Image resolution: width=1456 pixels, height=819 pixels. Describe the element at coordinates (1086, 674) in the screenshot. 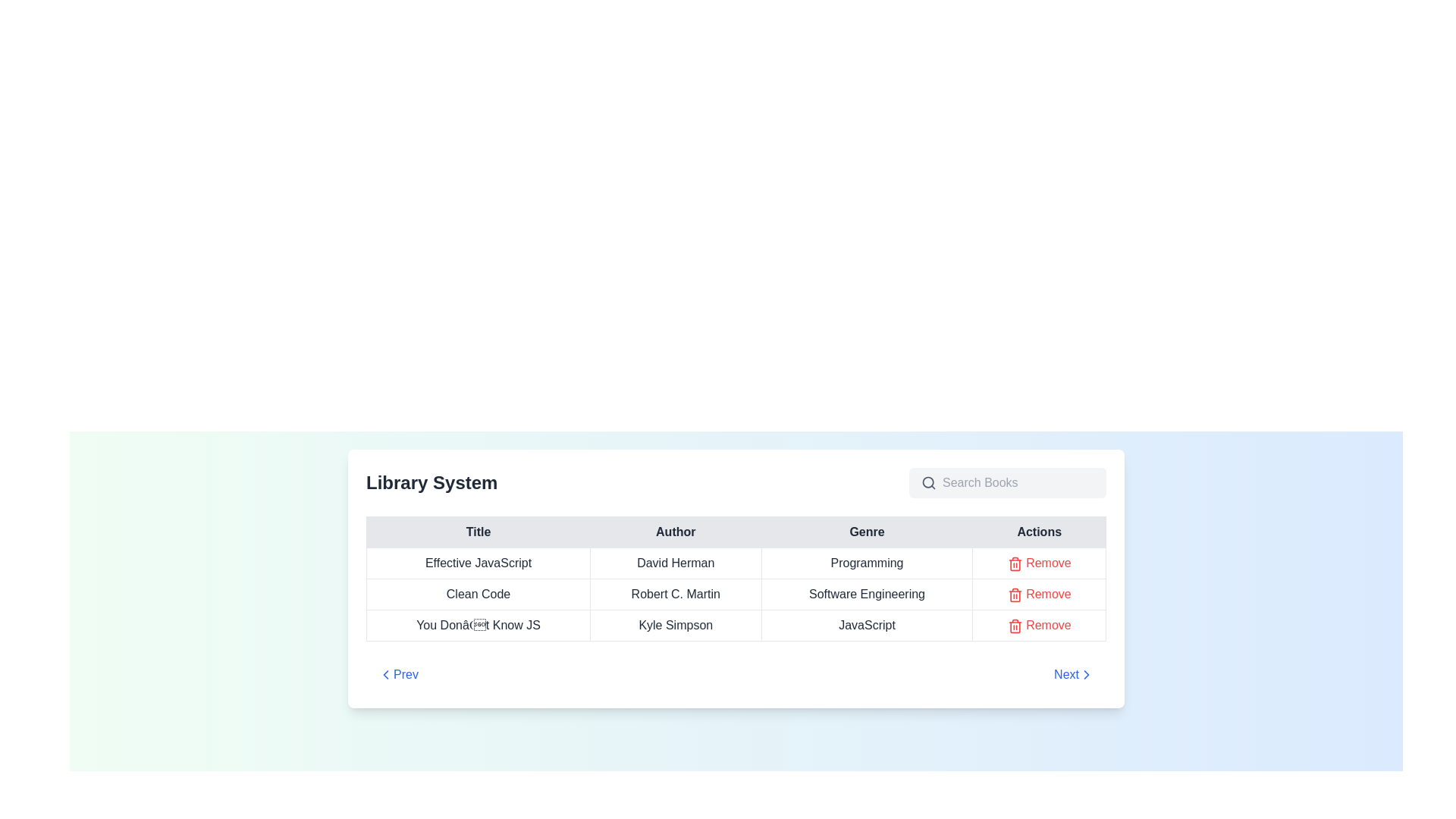

I see `the rightward arrow icon located beside the 'Next' button in the bottom-right section of the pagination control` at that location.